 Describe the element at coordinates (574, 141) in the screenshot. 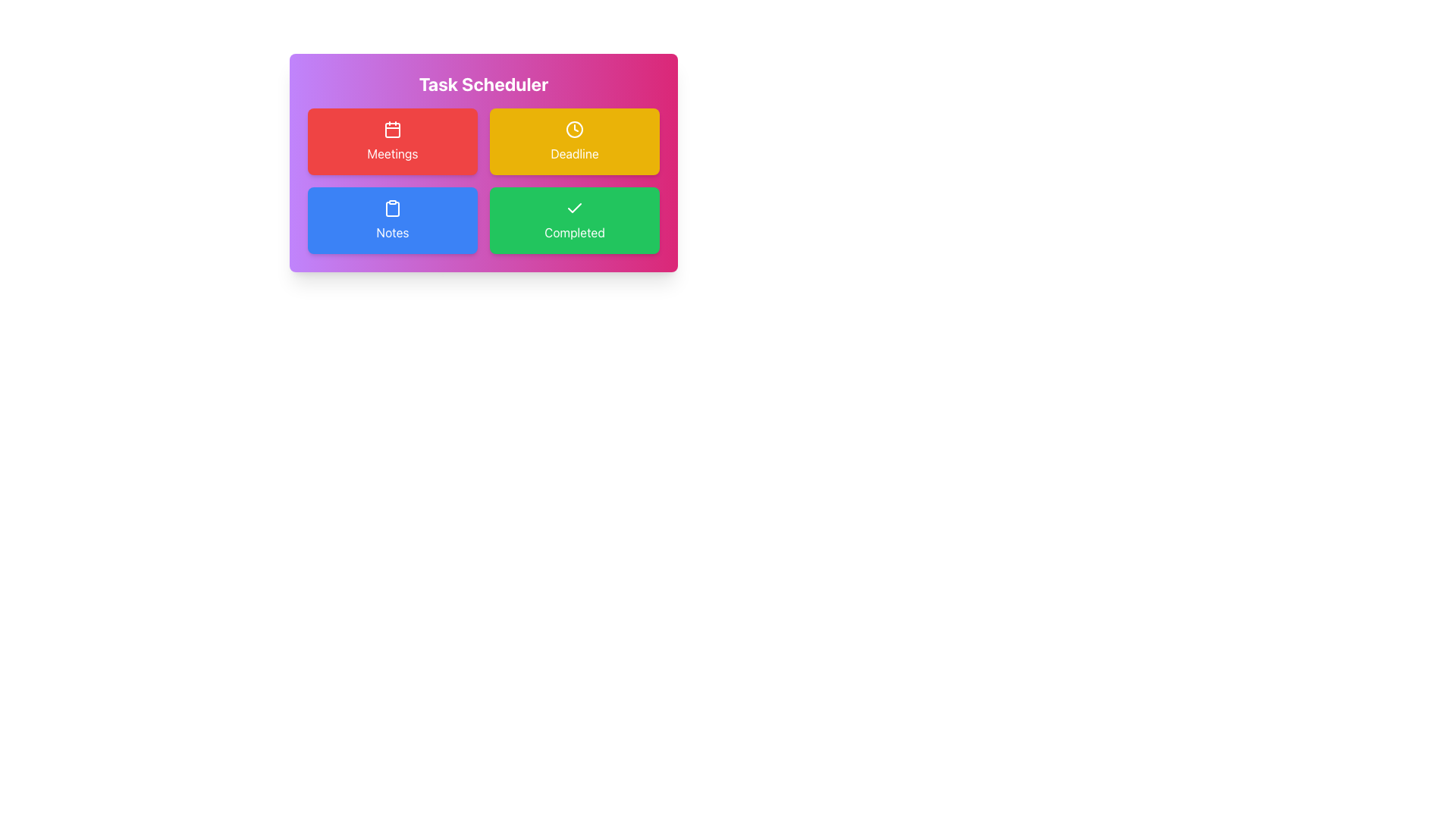

I see `the deadline-related button in the task scheduler application` at that location.